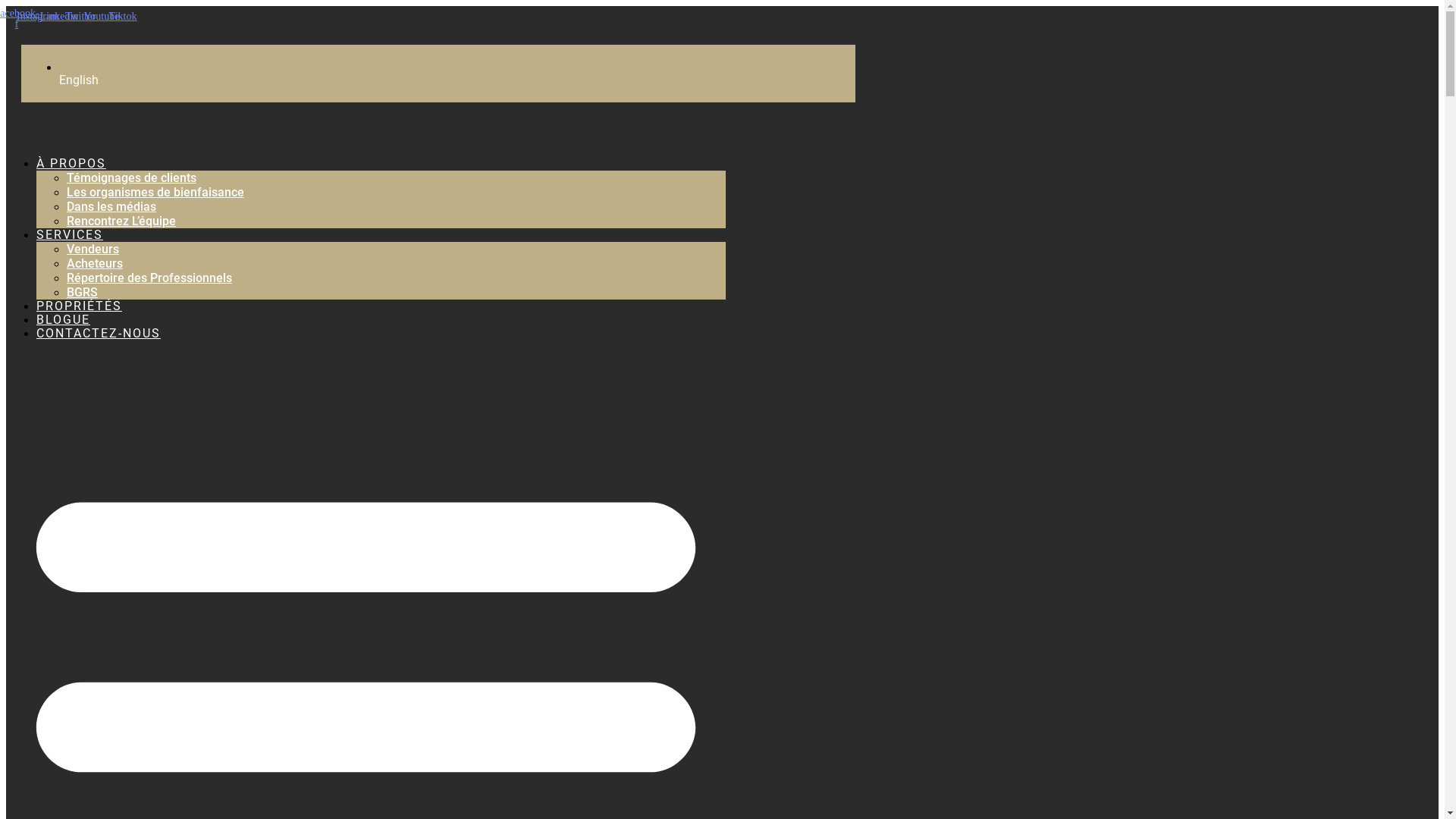 This screenshot has width=1456, height=819. What do you see at coordinates (58, 80) in the screenshot?
I see `'English'` at bounding box center [58, 80].